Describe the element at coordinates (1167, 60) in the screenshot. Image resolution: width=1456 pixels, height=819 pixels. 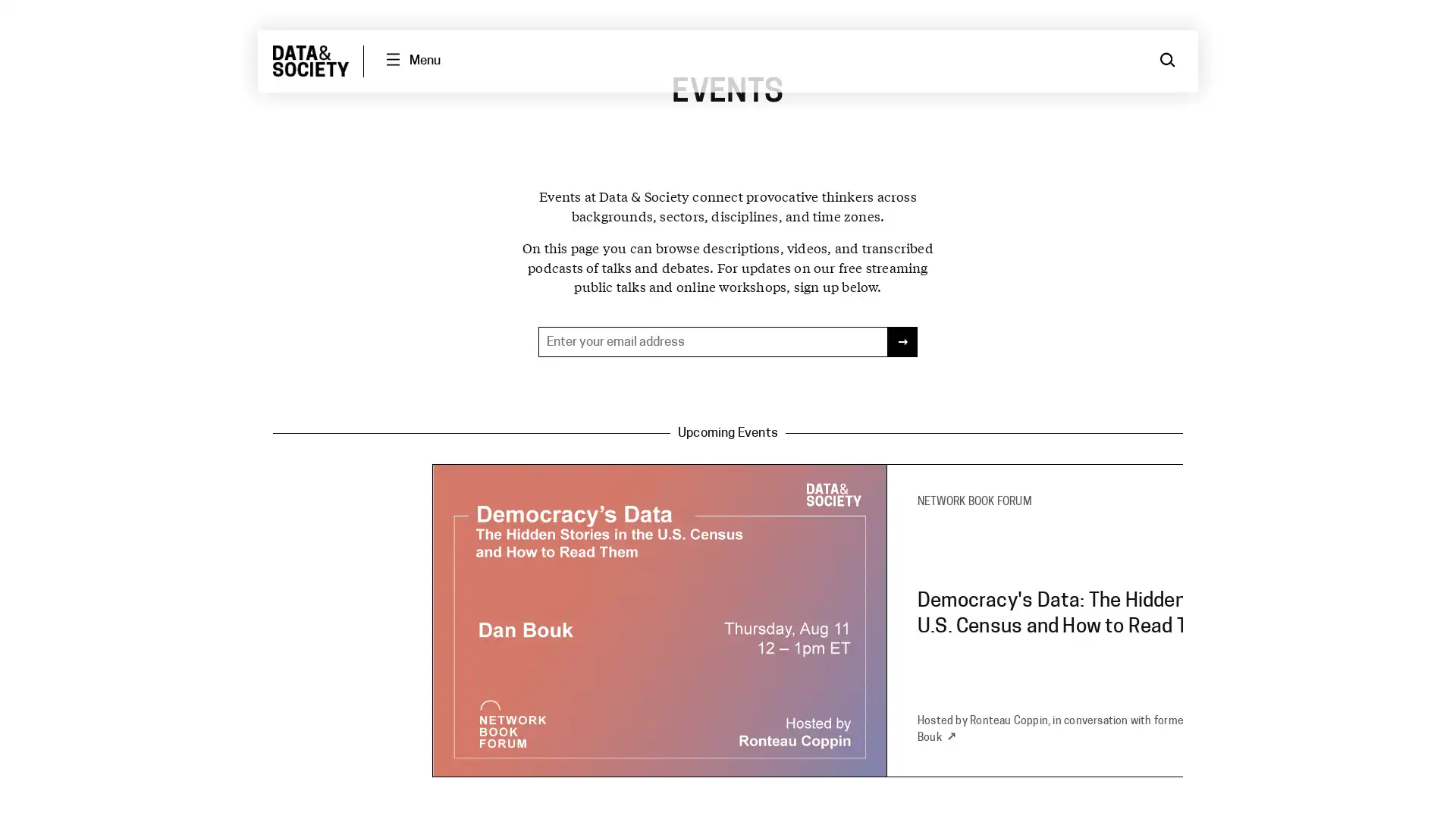
I see `Search` at that location.